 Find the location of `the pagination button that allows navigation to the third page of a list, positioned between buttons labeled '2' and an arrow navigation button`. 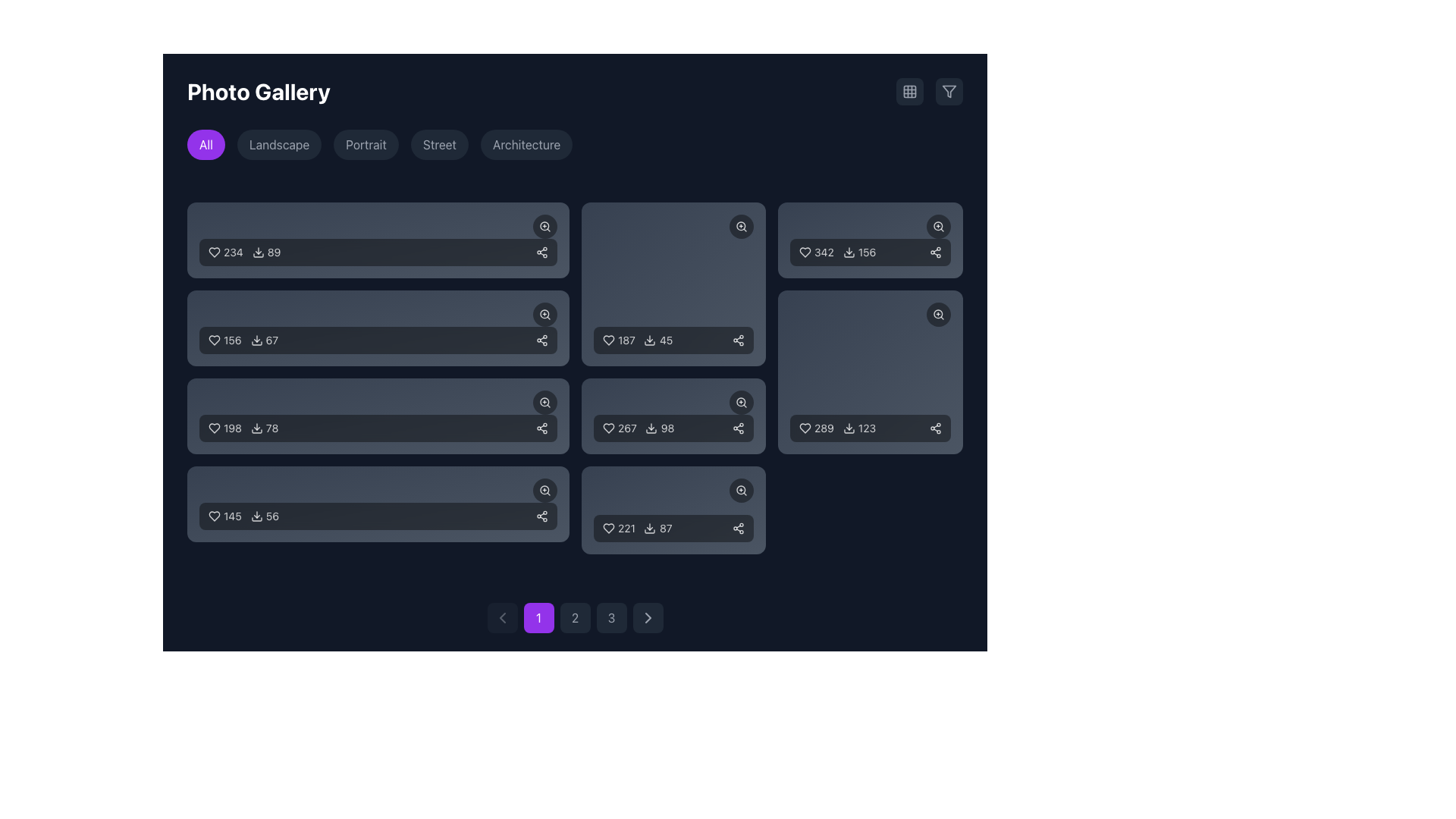

the pagination button that allows navigation to the third page of a list, positioned between buttons labeled '2' and an arrow navigation button is located at coordinates (611, 617).